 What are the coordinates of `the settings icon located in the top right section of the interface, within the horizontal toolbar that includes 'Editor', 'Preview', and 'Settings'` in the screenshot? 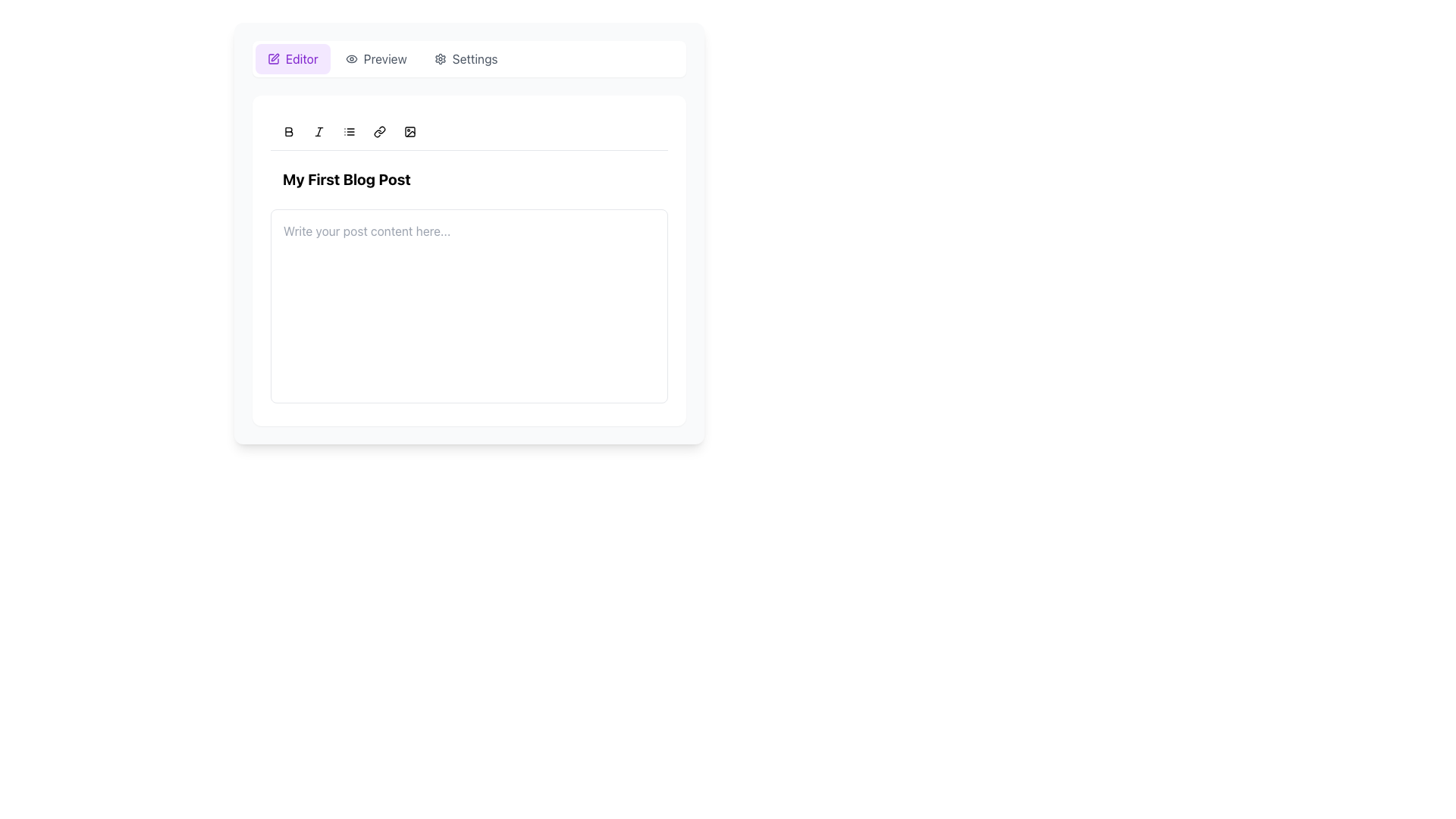 It's located at (439, 58).